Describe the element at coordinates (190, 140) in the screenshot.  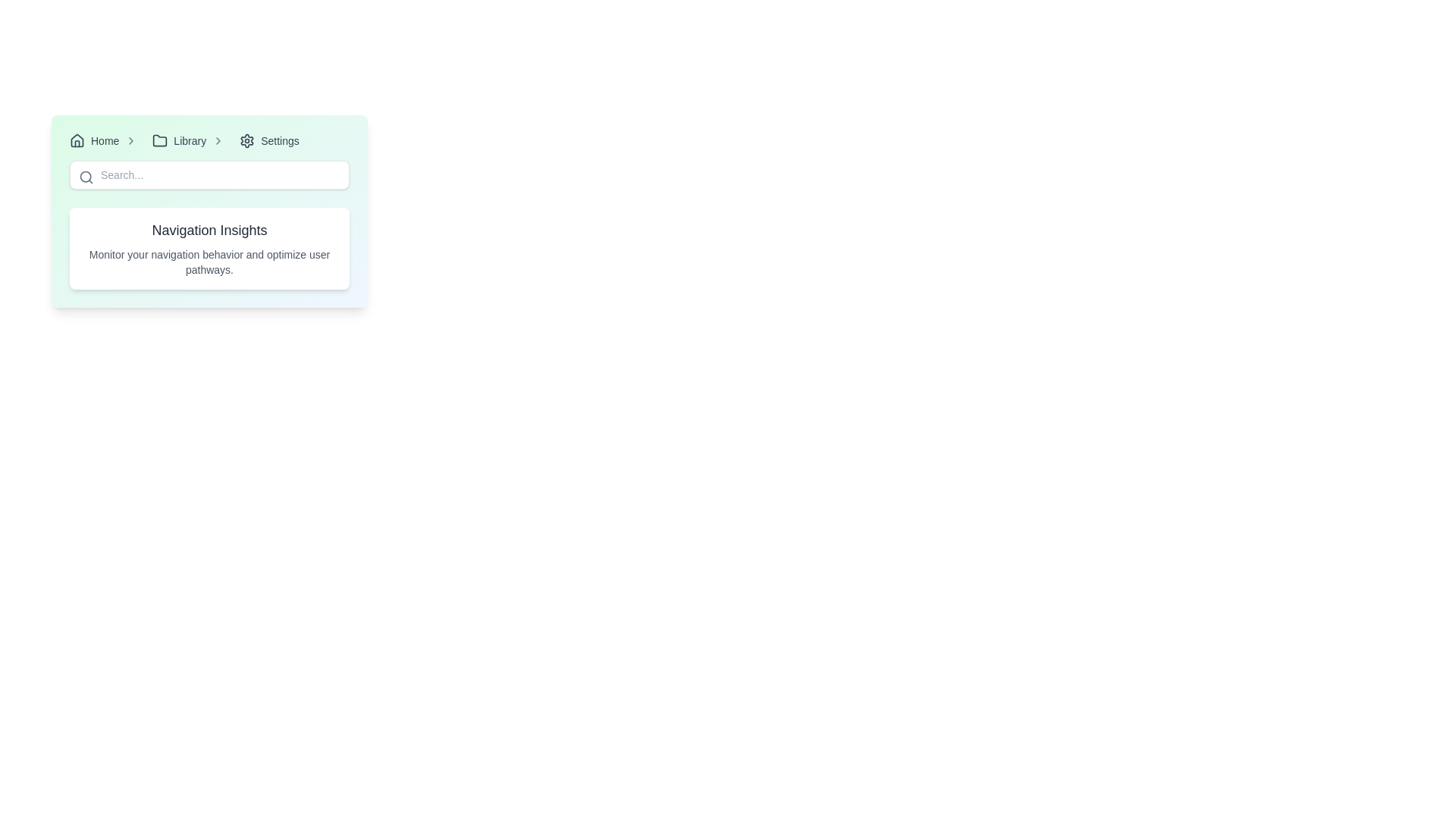
I see `the 'Library' breadcrumb navigation link` at that location.